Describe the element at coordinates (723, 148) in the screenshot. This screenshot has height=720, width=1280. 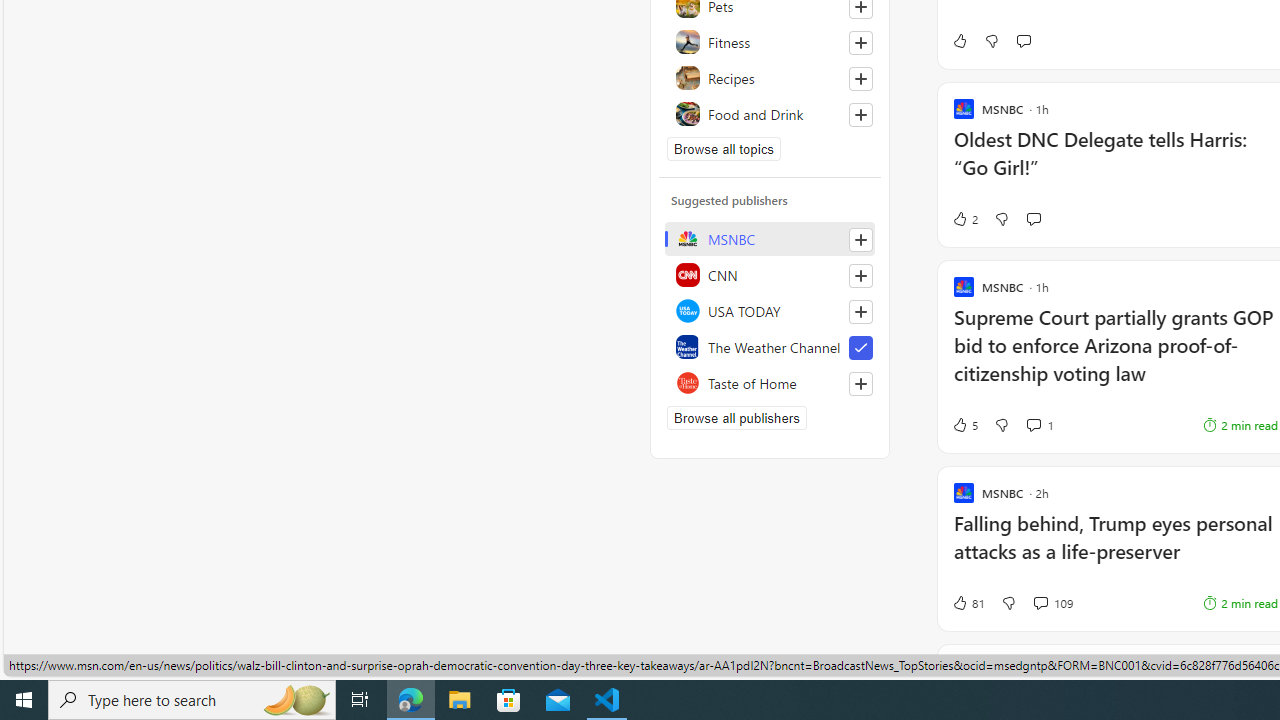
I see `'Browse all topics'` at that location.